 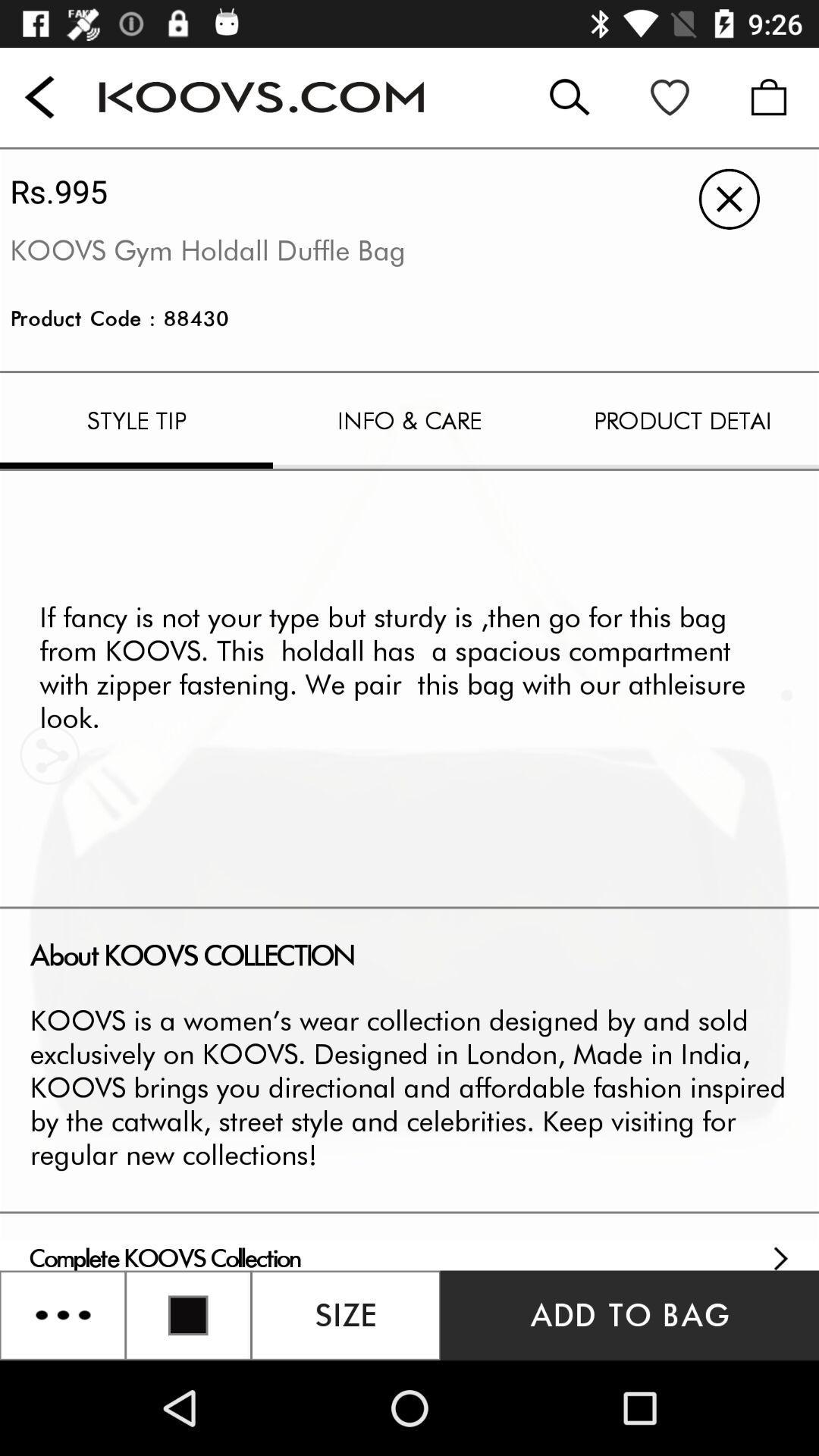 What do you see at coordinates (39, 96) in the screenshot?
I see `the arrow_backward icon` at bounding box center [39, 96].